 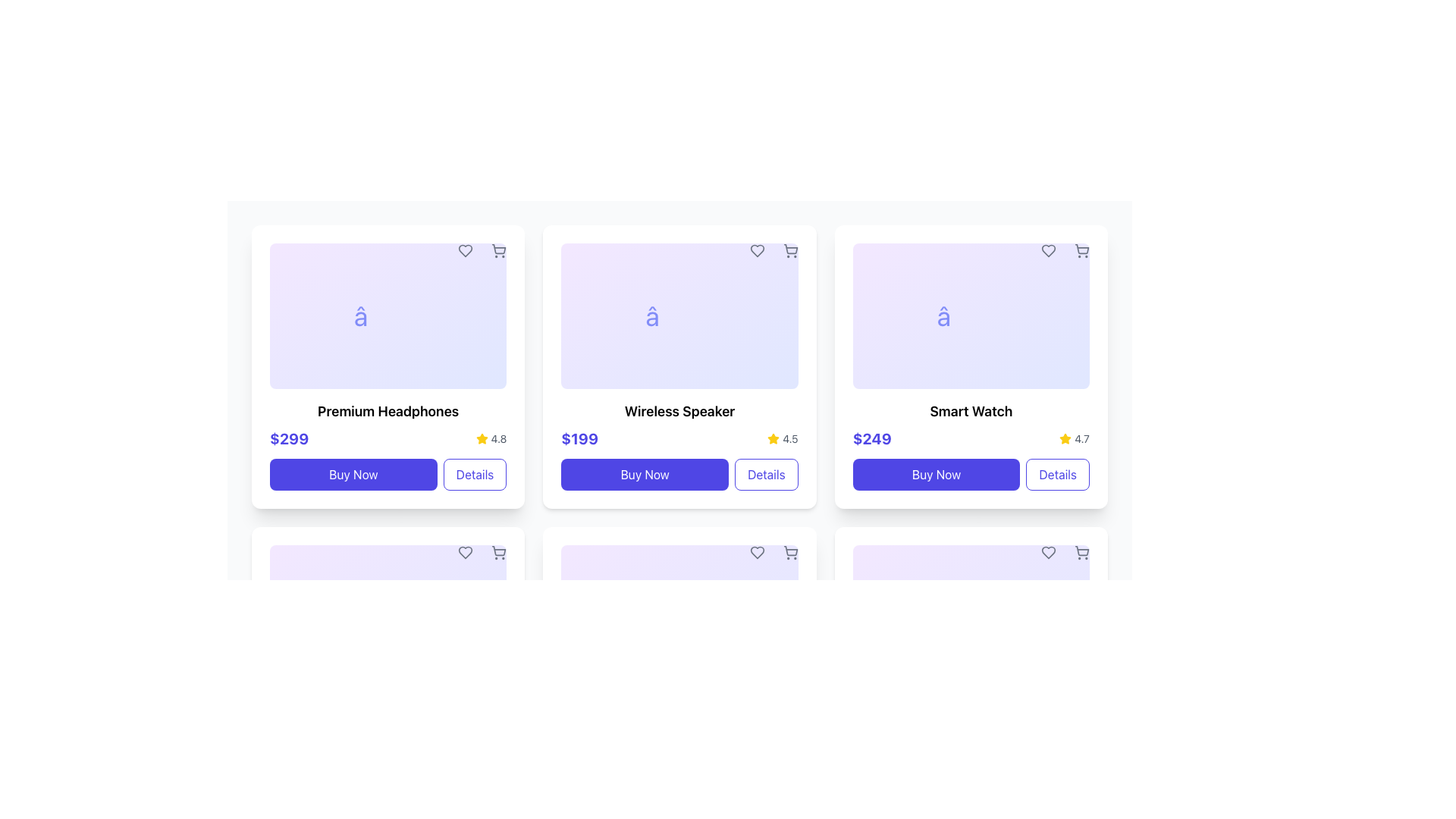 What do you see at coordinates (783, 438) in the screenshot?
I see `the Rating display in the second product card ('Wireless Speaker'), located at the bottom-right corner adjacent to the price and above the 'Details' button` at bounding box center [783, 438].